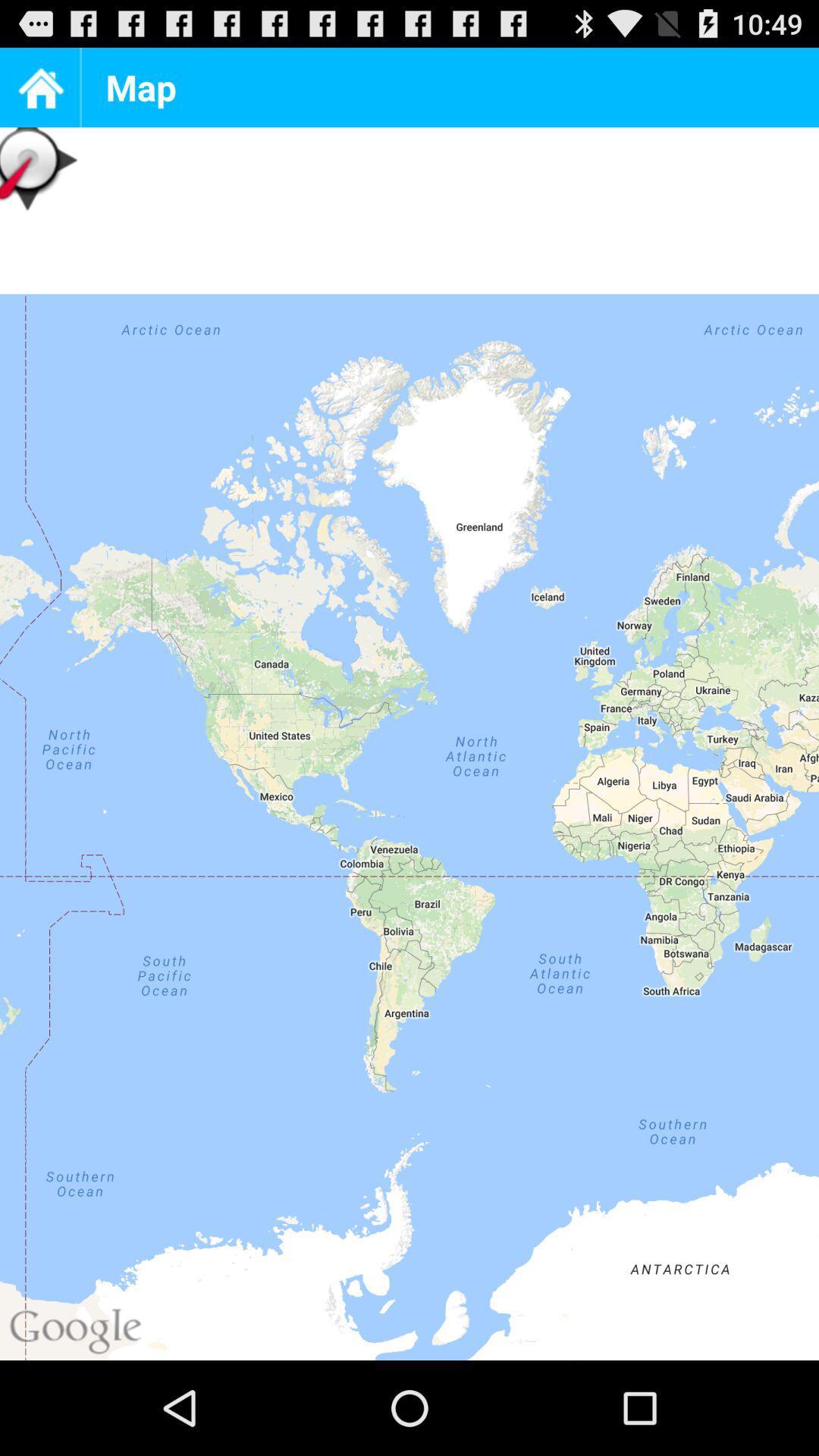 The width and height of the screenshot is (819, 1456). I want to click on the home page, so click(39, 86).